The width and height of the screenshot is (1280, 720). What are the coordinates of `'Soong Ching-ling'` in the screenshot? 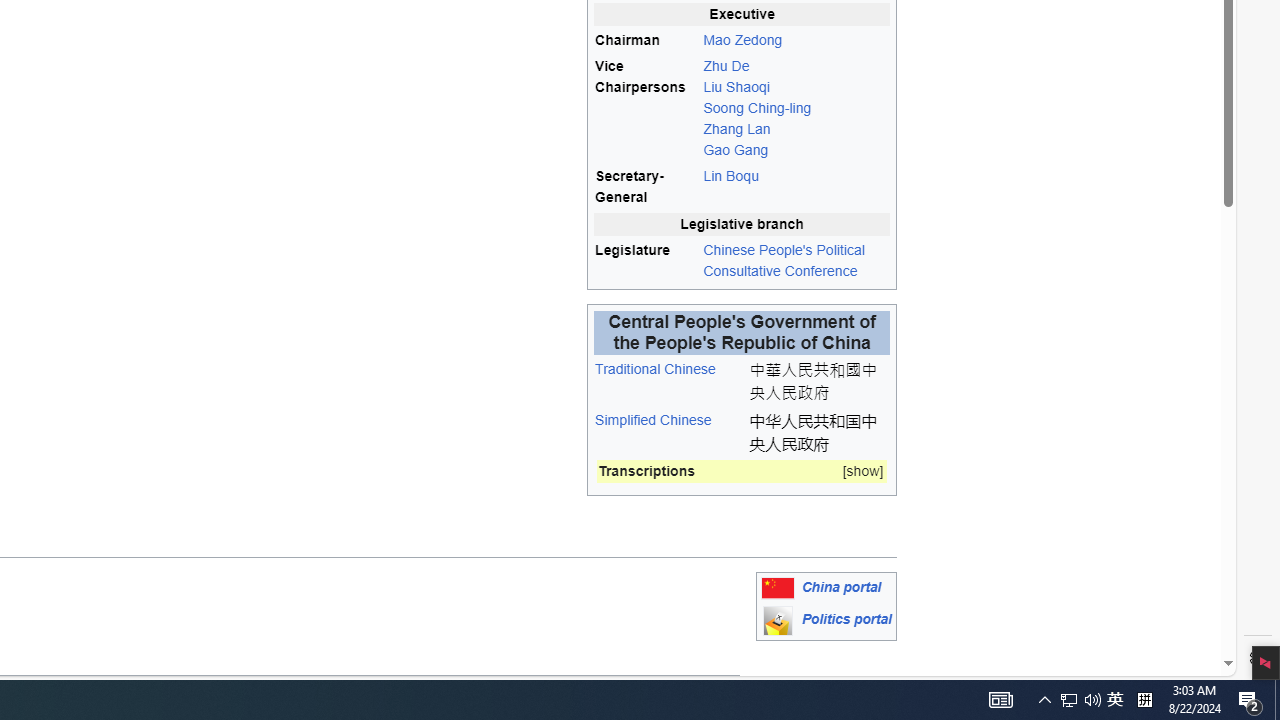 It's located at (756, 108).